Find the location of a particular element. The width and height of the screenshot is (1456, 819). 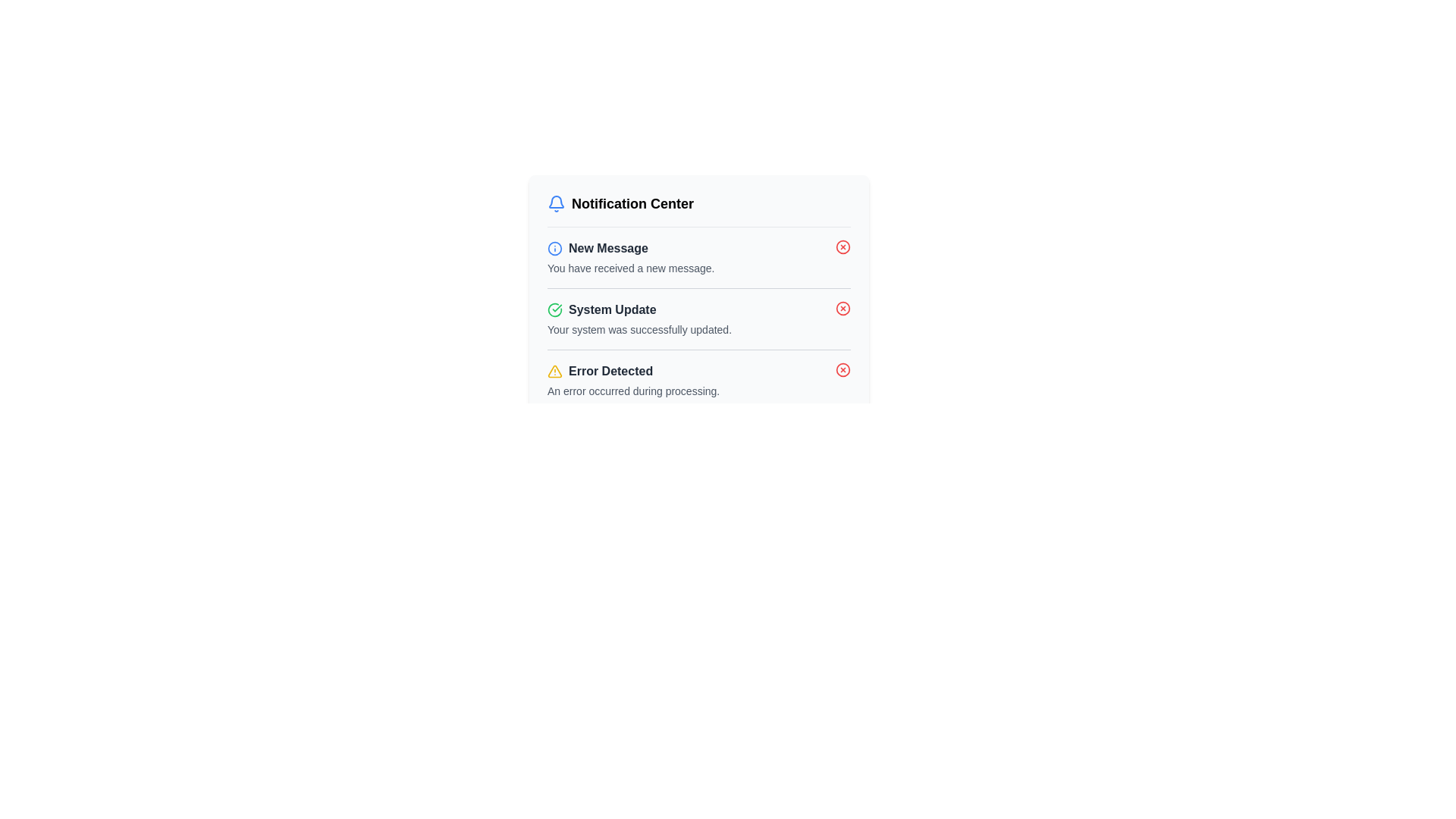

the title 'System Update' or the green circle checkmark icon of the notification for additional details is located at coordinates (698, 318).